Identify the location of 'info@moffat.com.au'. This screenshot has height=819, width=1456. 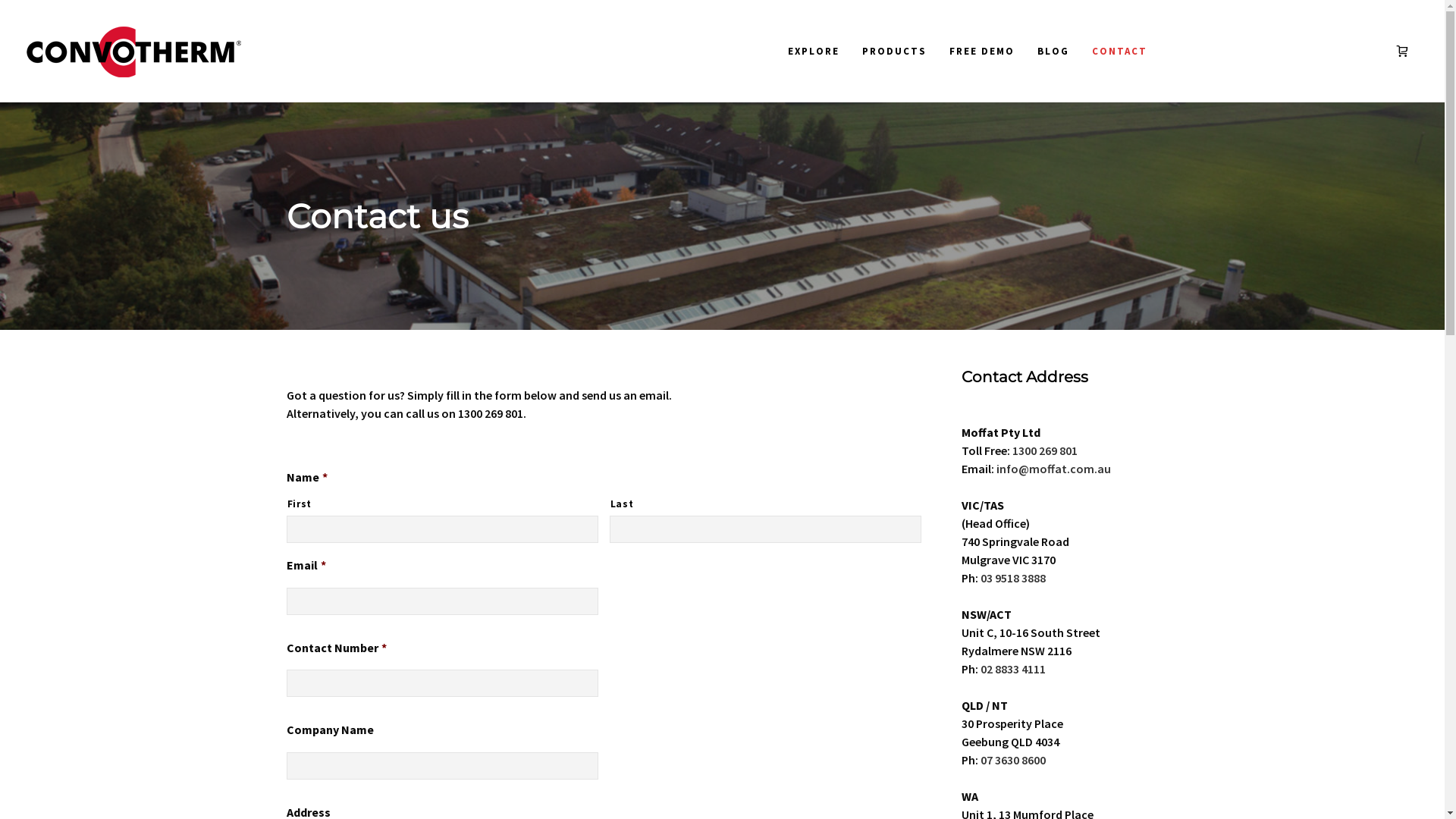
(1053, 467).